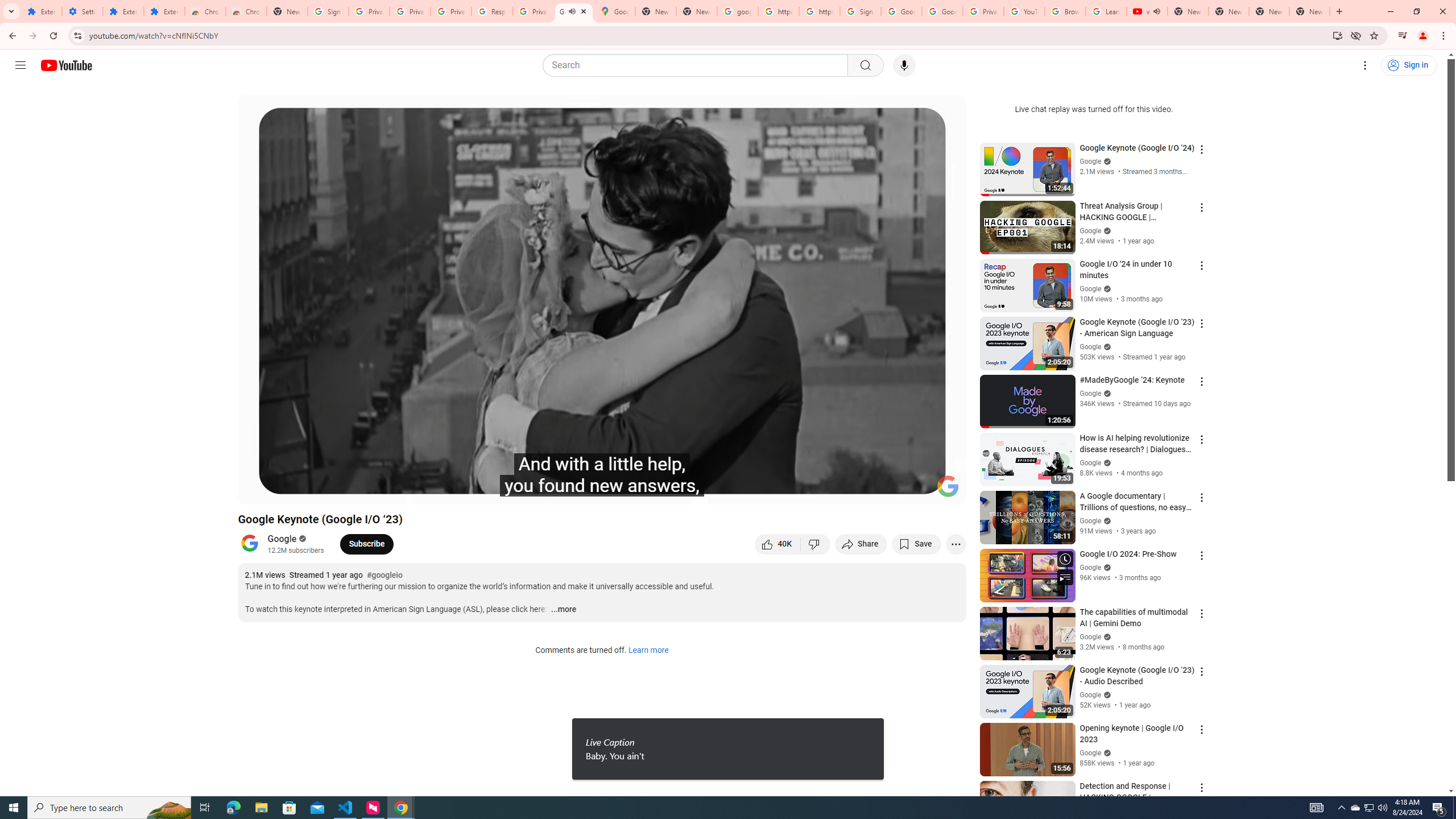  Describe the element at coordinates (918, 490) in the screenshot. I see `'Theater mode (t)'` at that location.